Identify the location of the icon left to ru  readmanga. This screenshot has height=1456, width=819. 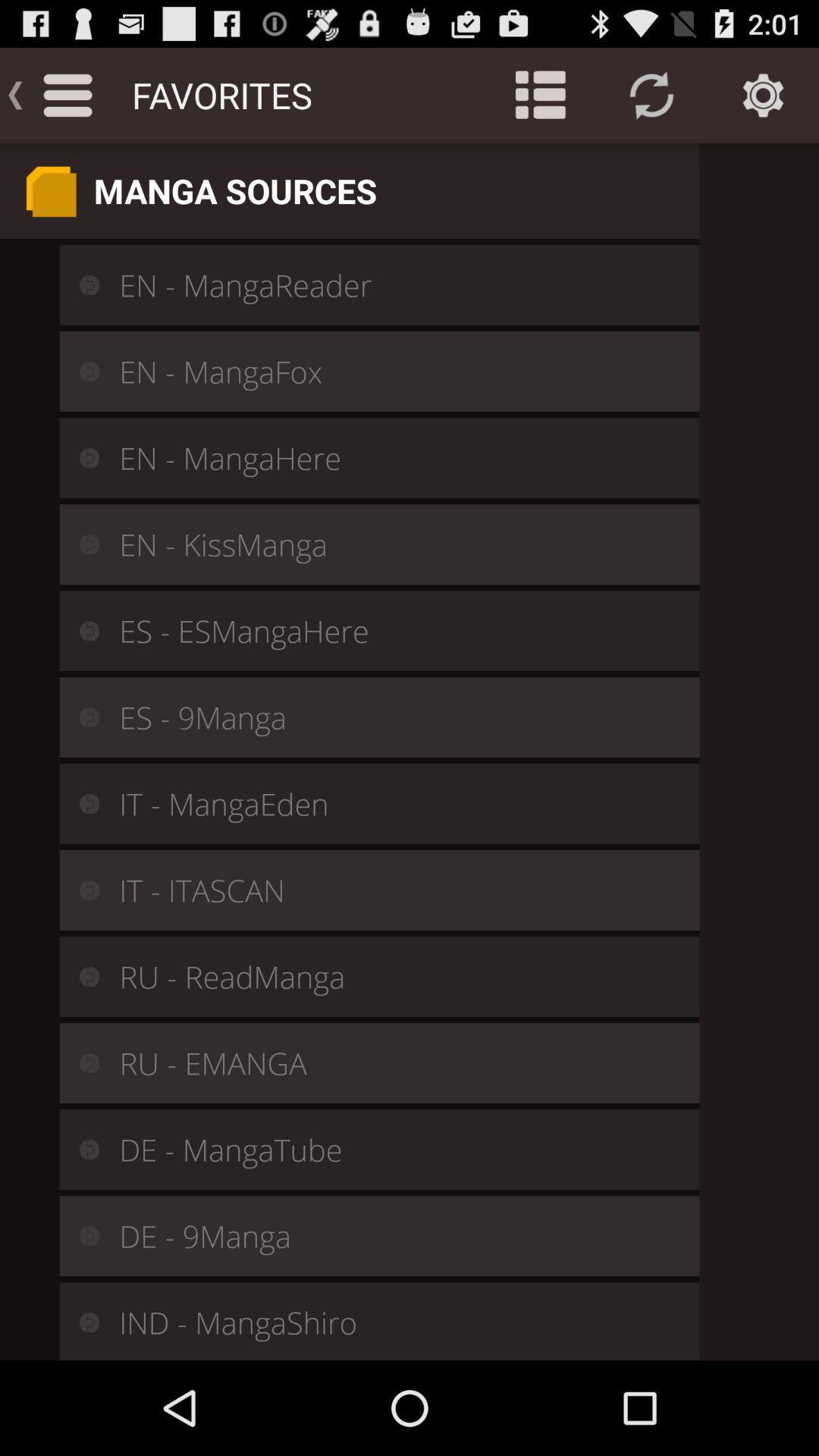
(79, 976).